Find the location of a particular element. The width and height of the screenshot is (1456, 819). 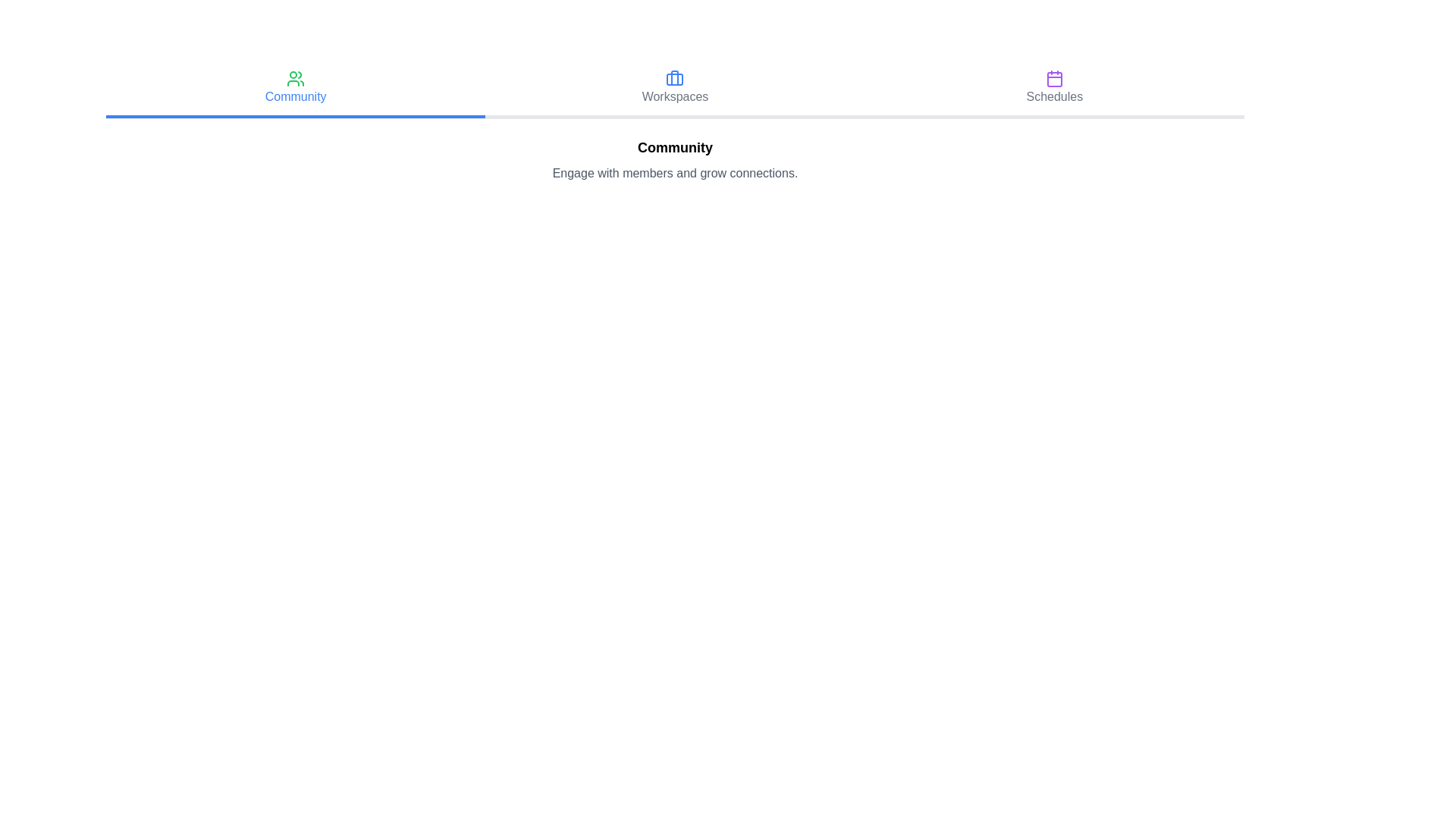

the Community tab to navigate to its content is located at coordinates (295, 89).